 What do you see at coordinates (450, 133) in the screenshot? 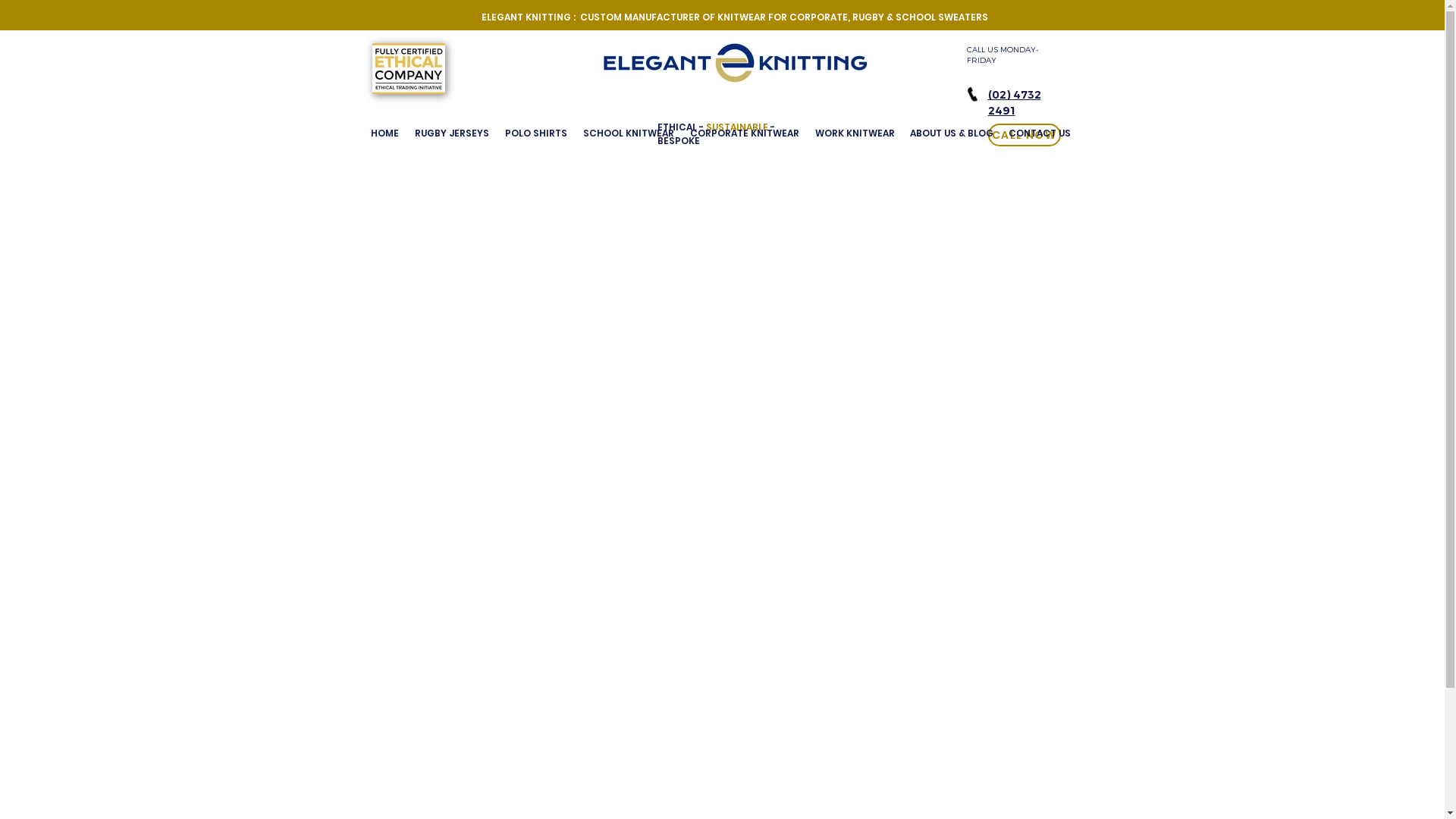
I see `'RUGBY JERSEYS'` at bounding box center [450, 133].